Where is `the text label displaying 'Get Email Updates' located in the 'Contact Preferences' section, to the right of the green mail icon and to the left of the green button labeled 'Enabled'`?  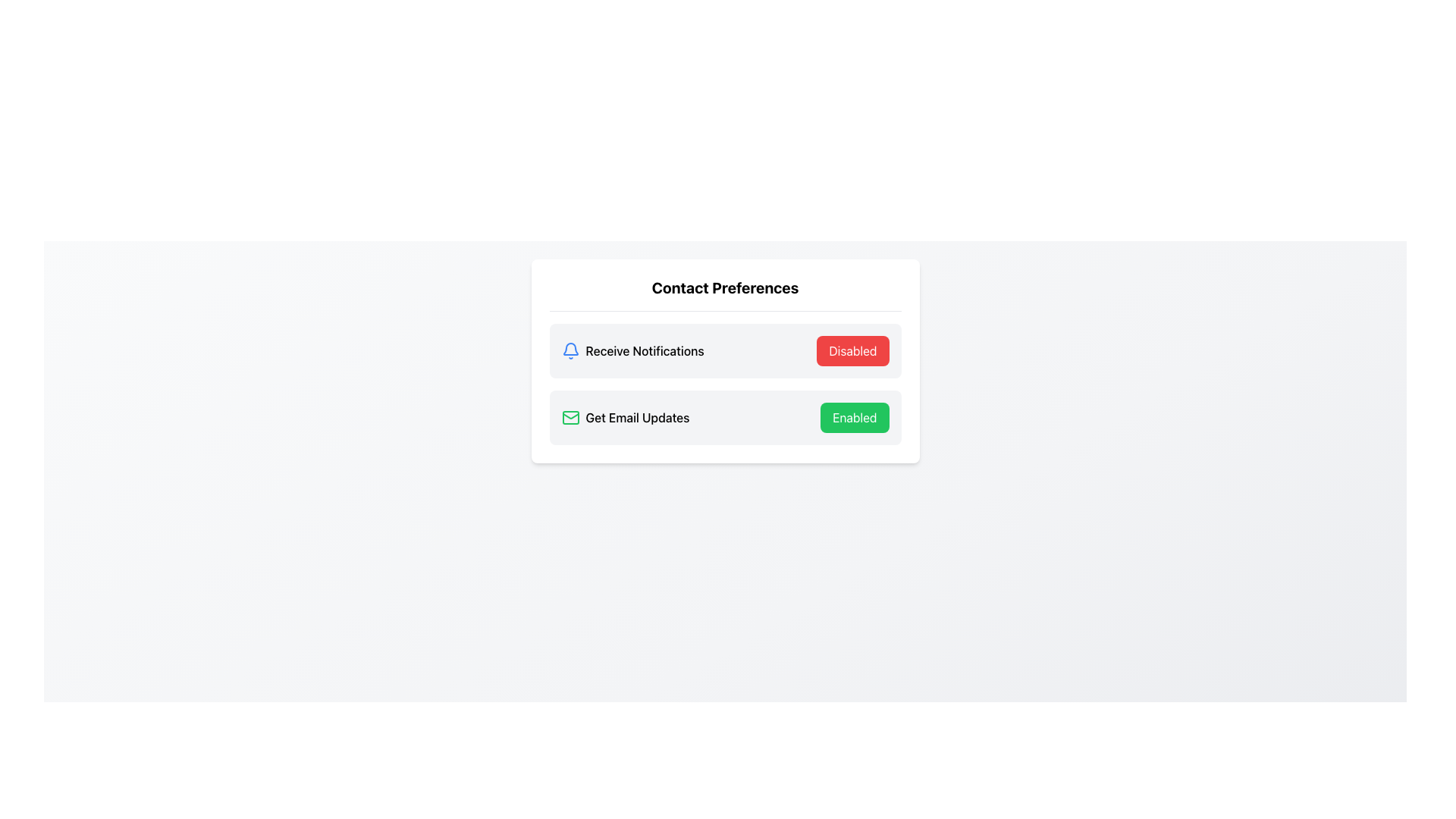 the text label displaying 'Get Email Updates' located in the 'Contact Preferences' section, to the right of the green mail icon and to the left of the green button labeled 'Enabled' is located at coordinates (637, 418).